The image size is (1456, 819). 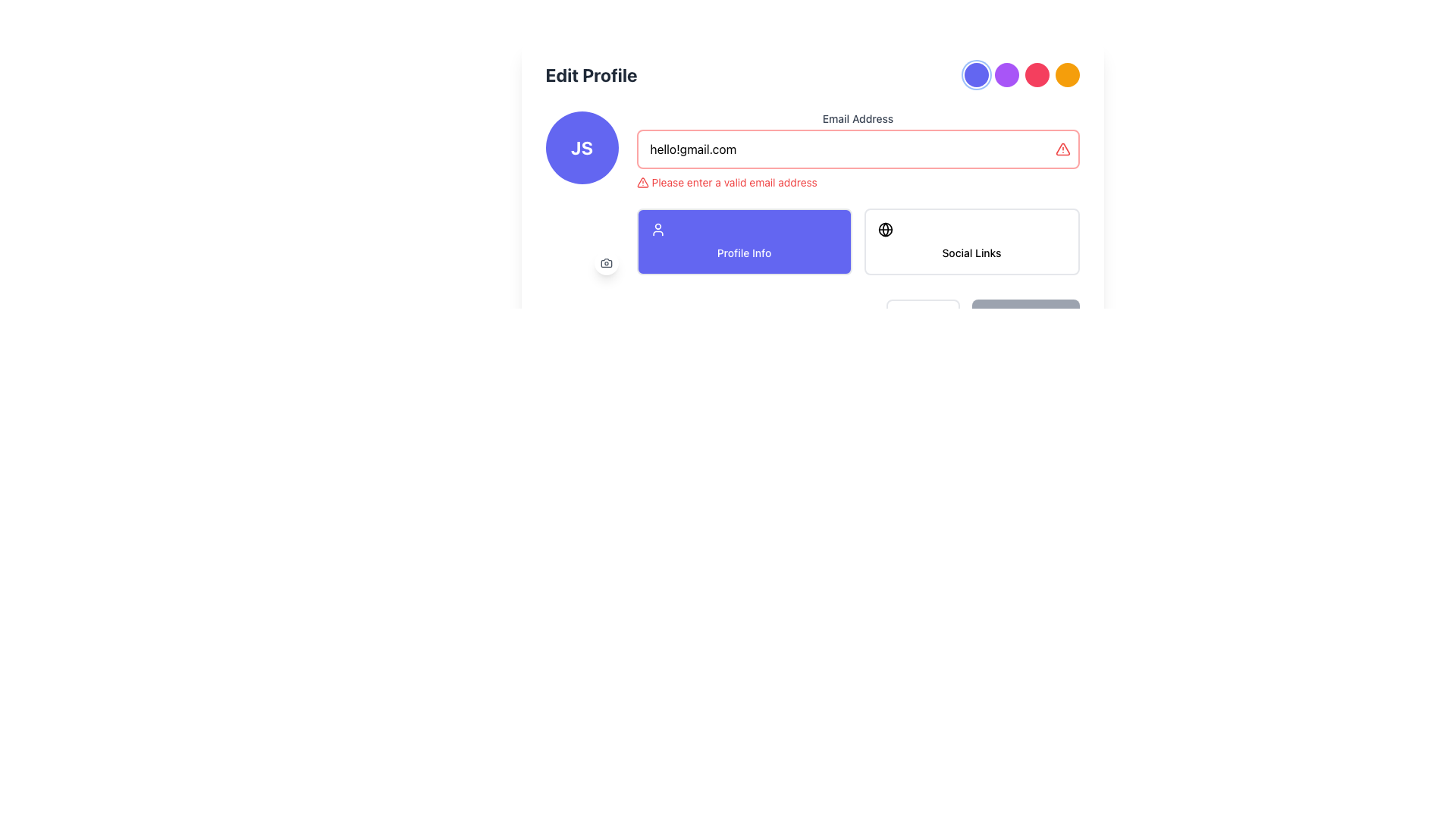 What do you see at coordinates (971, 241) in the screenshot?
I see `the second button in the right column of the two-column grid layout` at bounding box center [971, 241].